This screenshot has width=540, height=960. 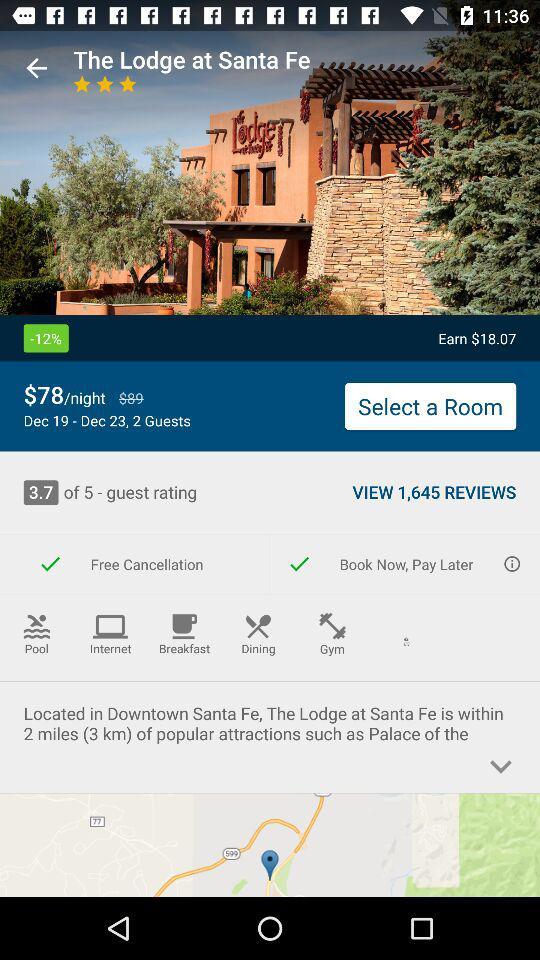 I want to click on the item to the left of the the lodge at, so click(x=36, y=68).